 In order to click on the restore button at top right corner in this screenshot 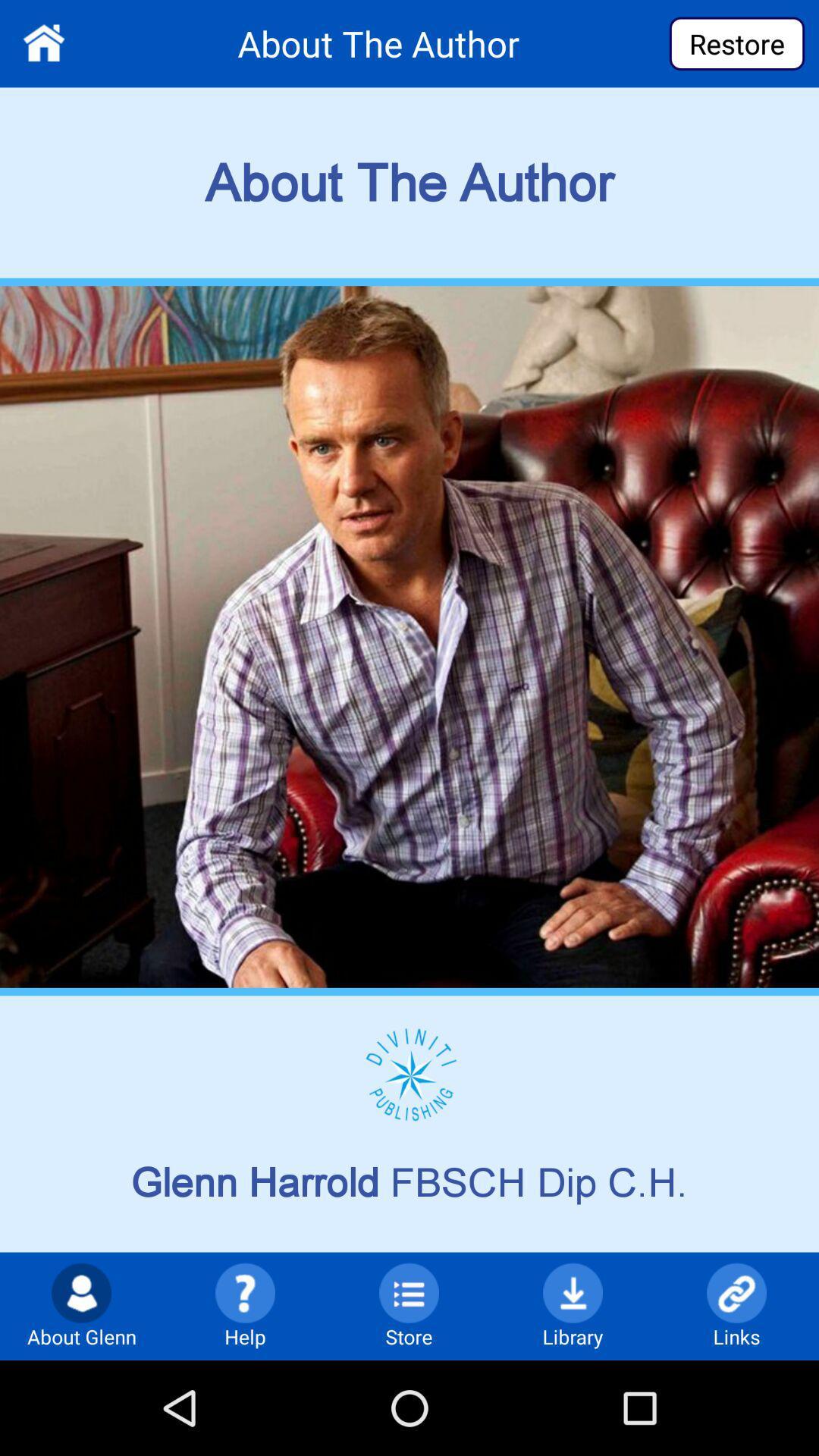, I will do `click(736, 43)`.